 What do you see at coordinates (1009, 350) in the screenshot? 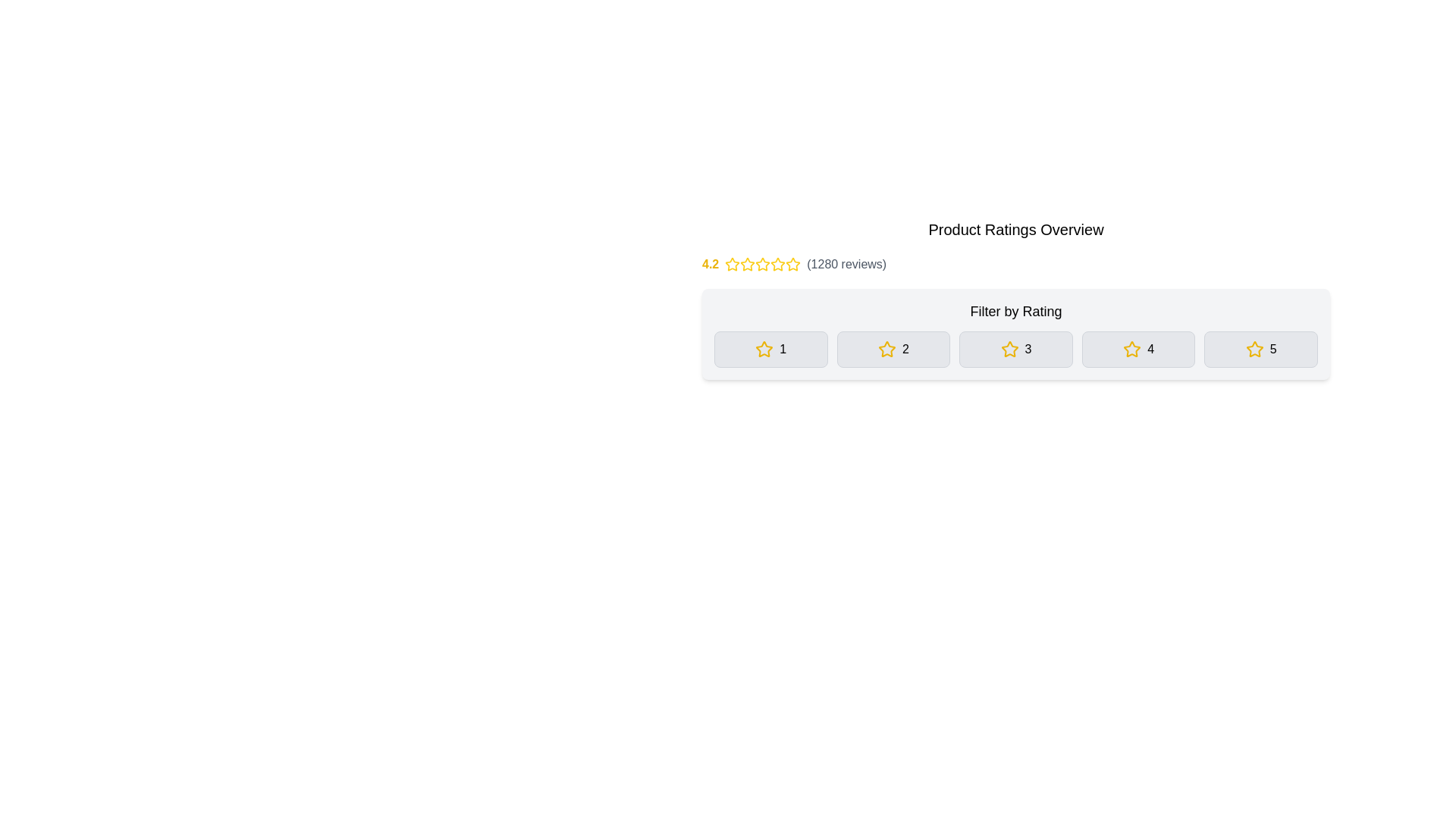
I see `the star icon with a yellow outline and hollow center located in the gray button labeled '3' under 'Filter by Rating'` at bounding box center [1009, 350].